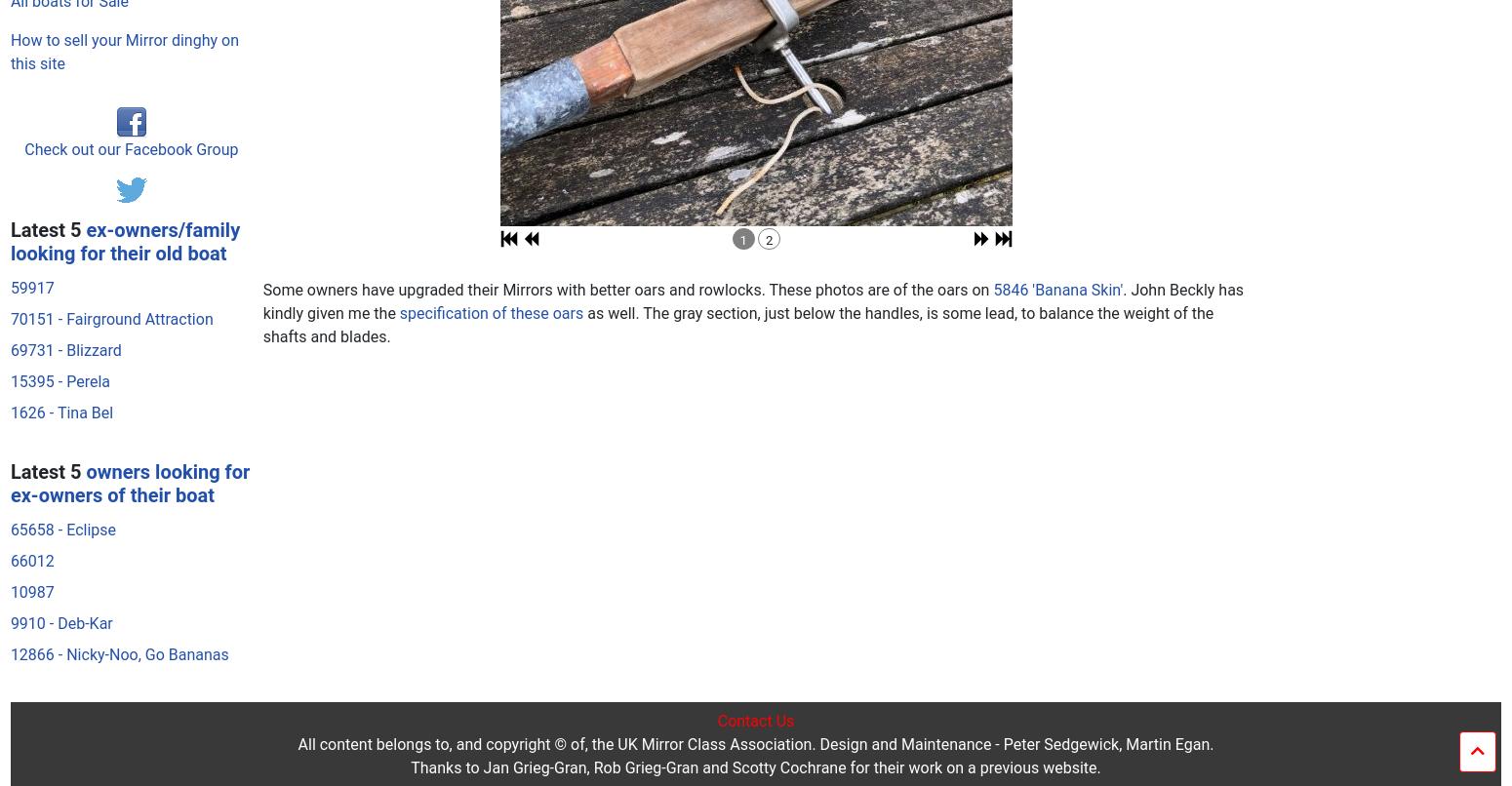 Image resolution: width=1512 pixels, height=786 pixels. Describe the element at coordinates (755, 365) in the screenshot. I see `'All content belongs to, and copyright © of, the UK Mirror Class Association. Design and Maintenance - Peter Sedgewick, Martin Egan.'` at that location.